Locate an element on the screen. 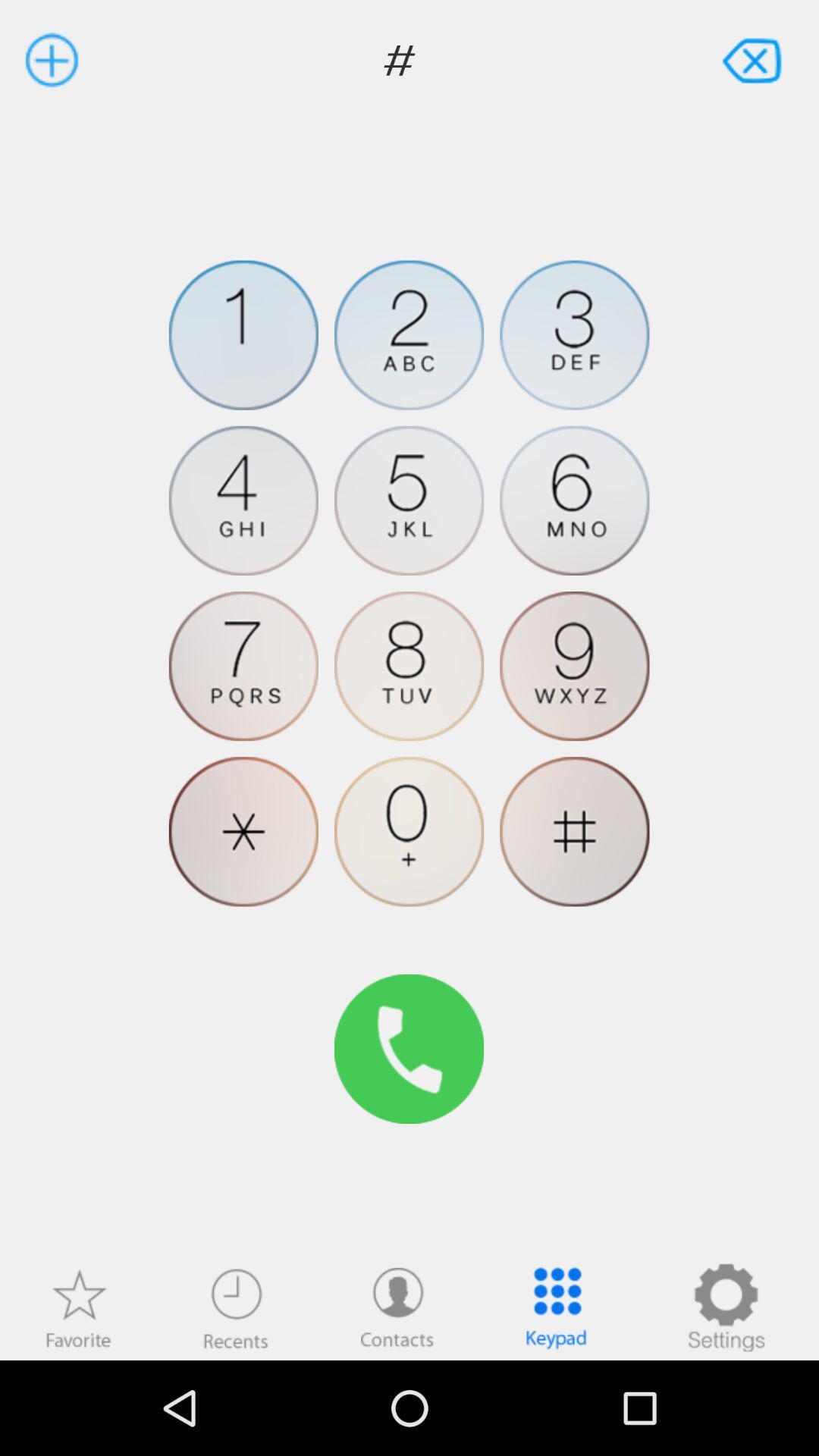  the add icon is located at coordinates (54, 63).